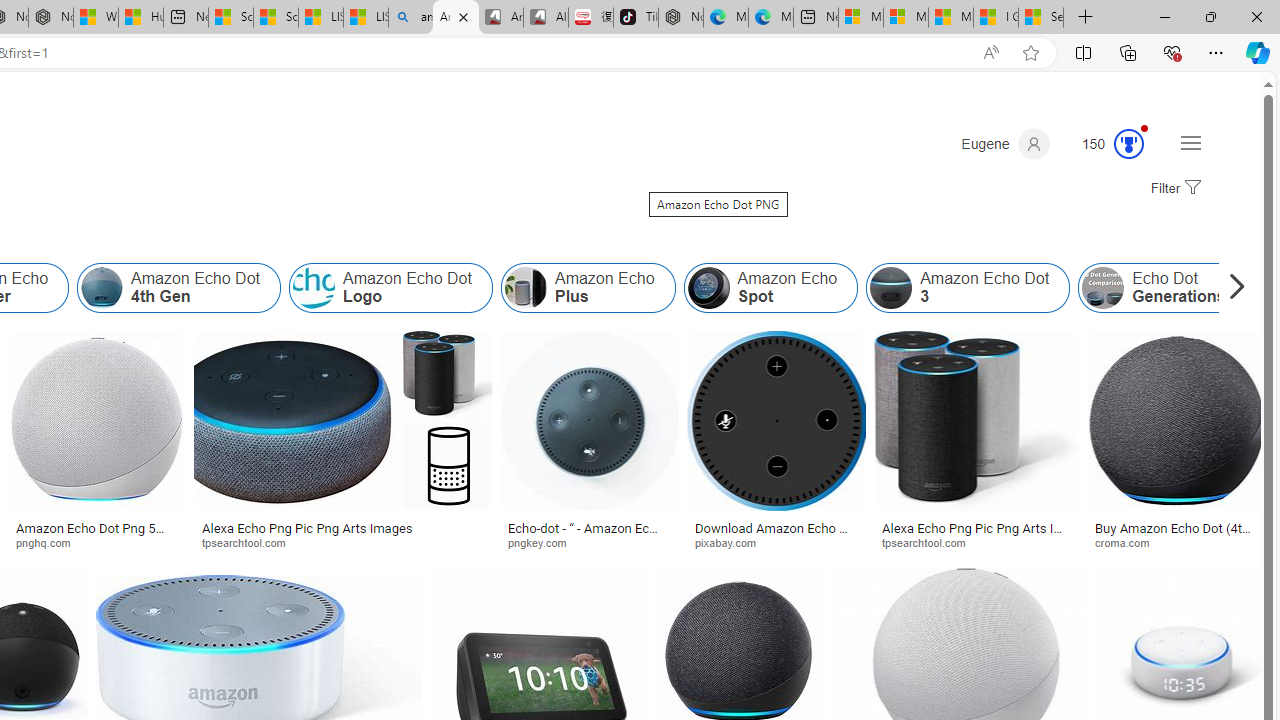 The image size is (1280, 720). Describe the element at coordinates (1176, 542) in the screenshot. I see `'croma.com'` at that location.